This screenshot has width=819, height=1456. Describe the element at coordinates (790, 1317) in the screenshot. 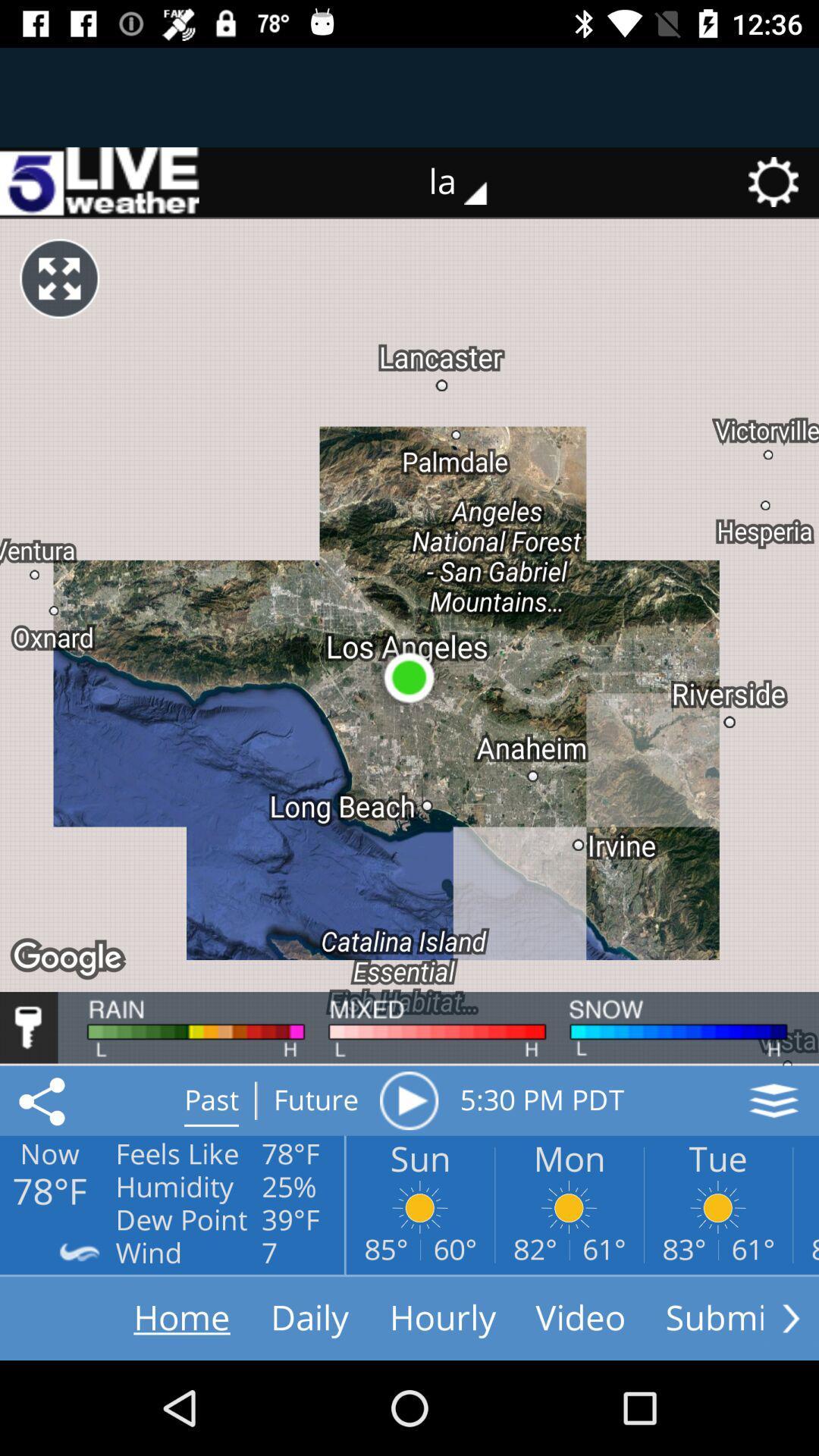

I see `the arrow_forward icon` at that location.